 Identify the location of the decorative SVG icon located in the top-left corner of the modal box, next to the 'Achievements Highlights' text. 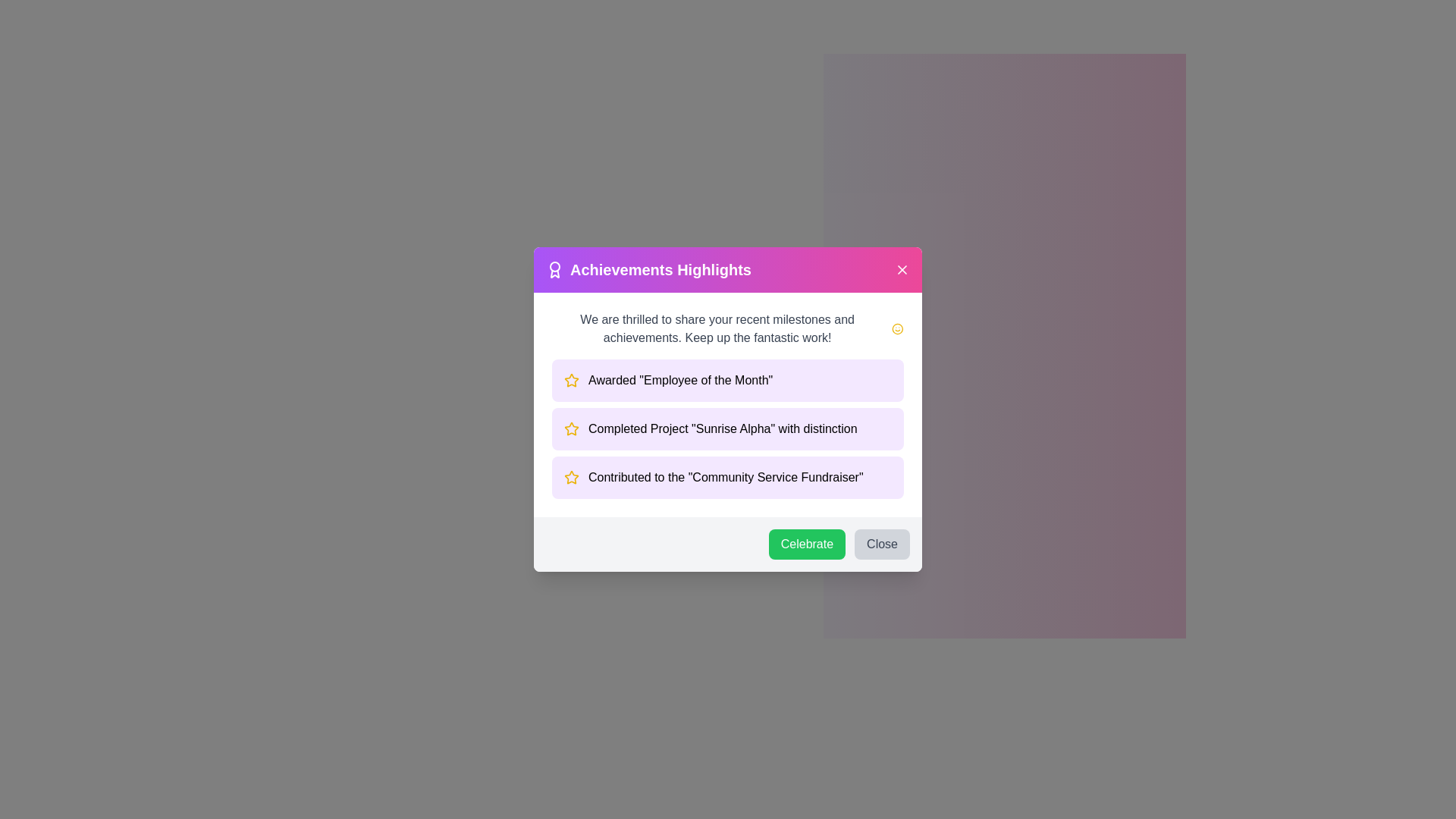
(554, 268).